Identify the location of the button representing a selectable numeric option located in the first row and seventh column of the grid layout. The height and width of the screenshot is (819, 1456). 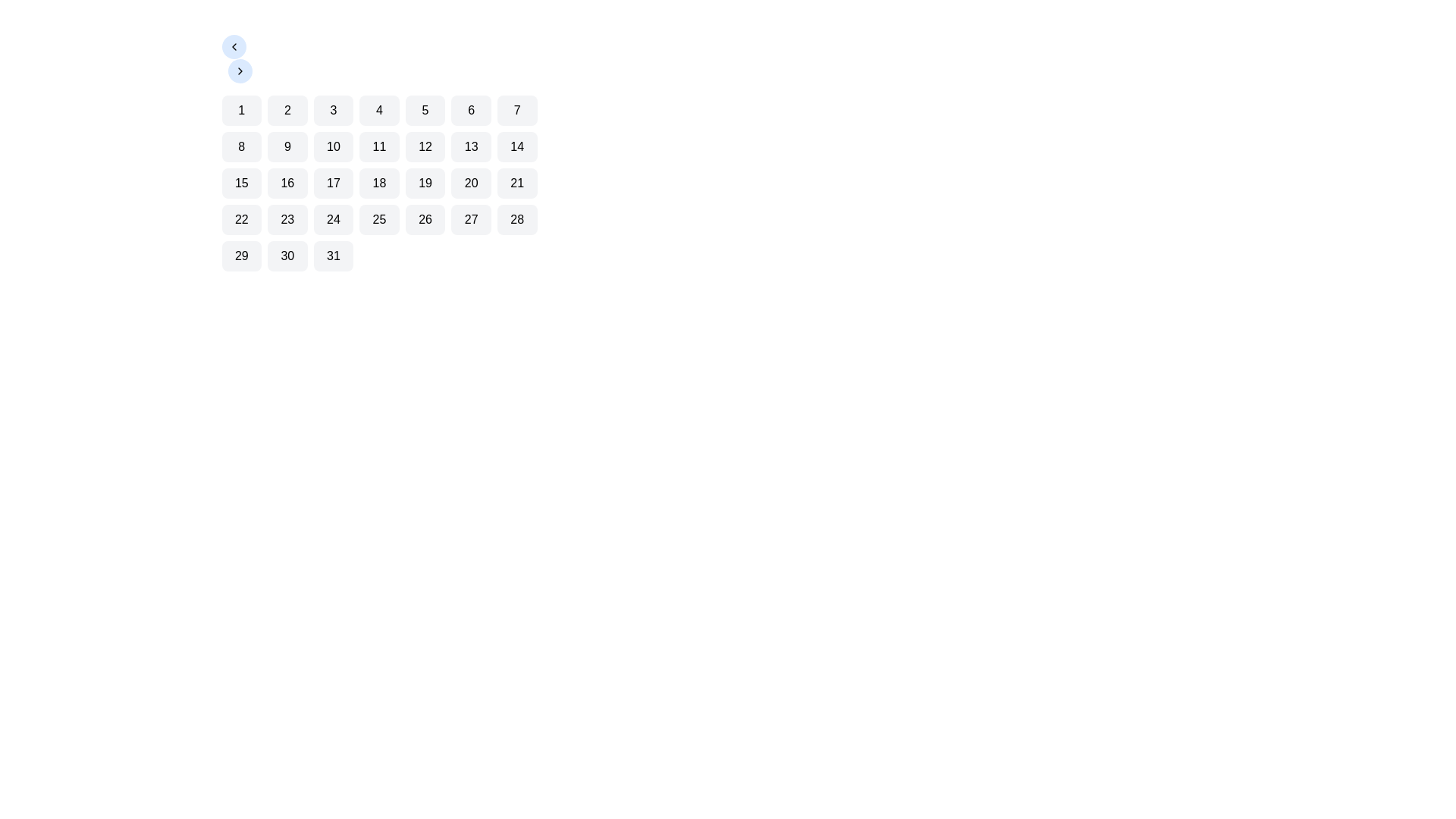
(517, 110).